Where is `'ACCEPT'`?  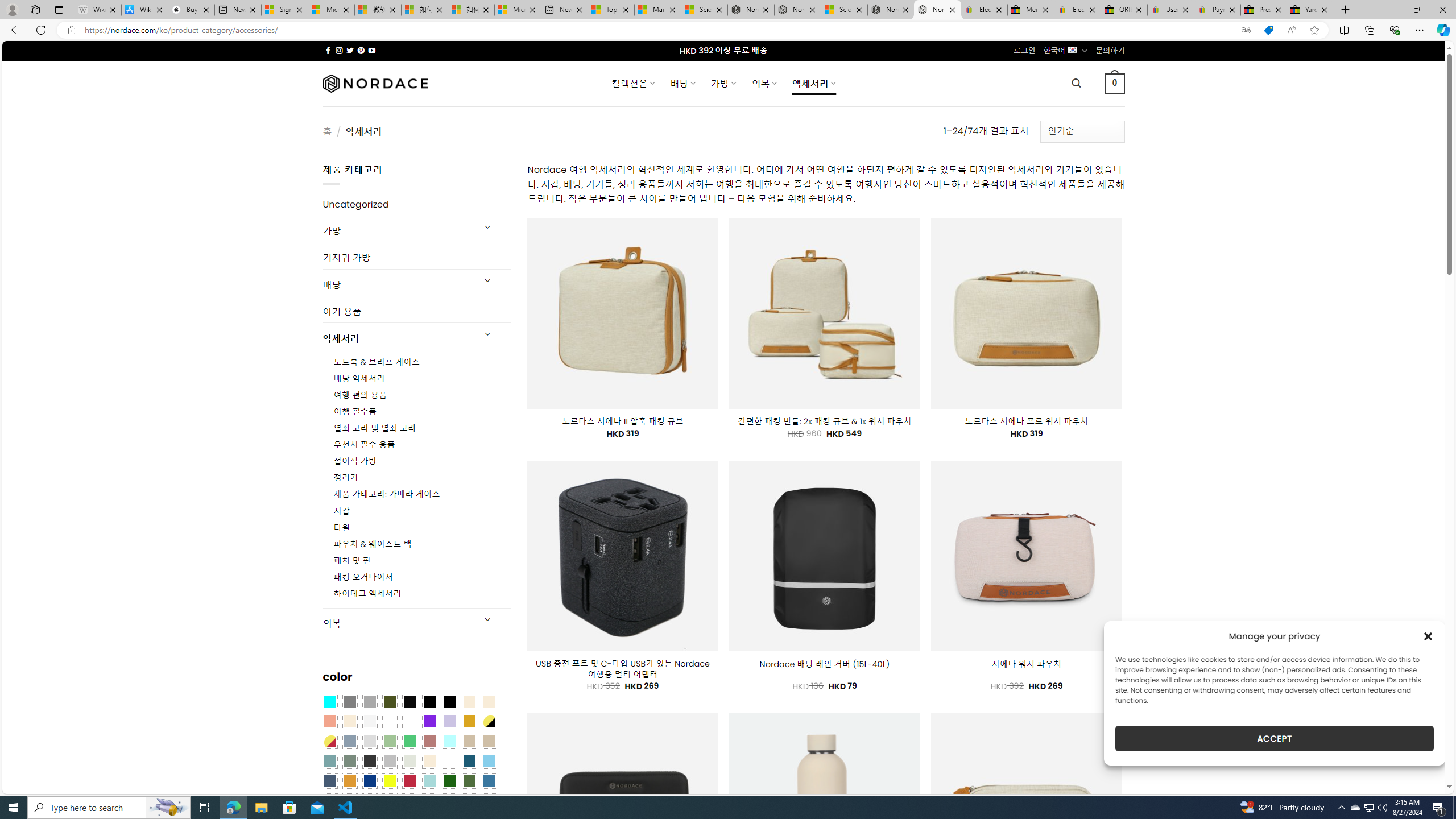
'ACCEPT' is located at coordinates (1275, 738).